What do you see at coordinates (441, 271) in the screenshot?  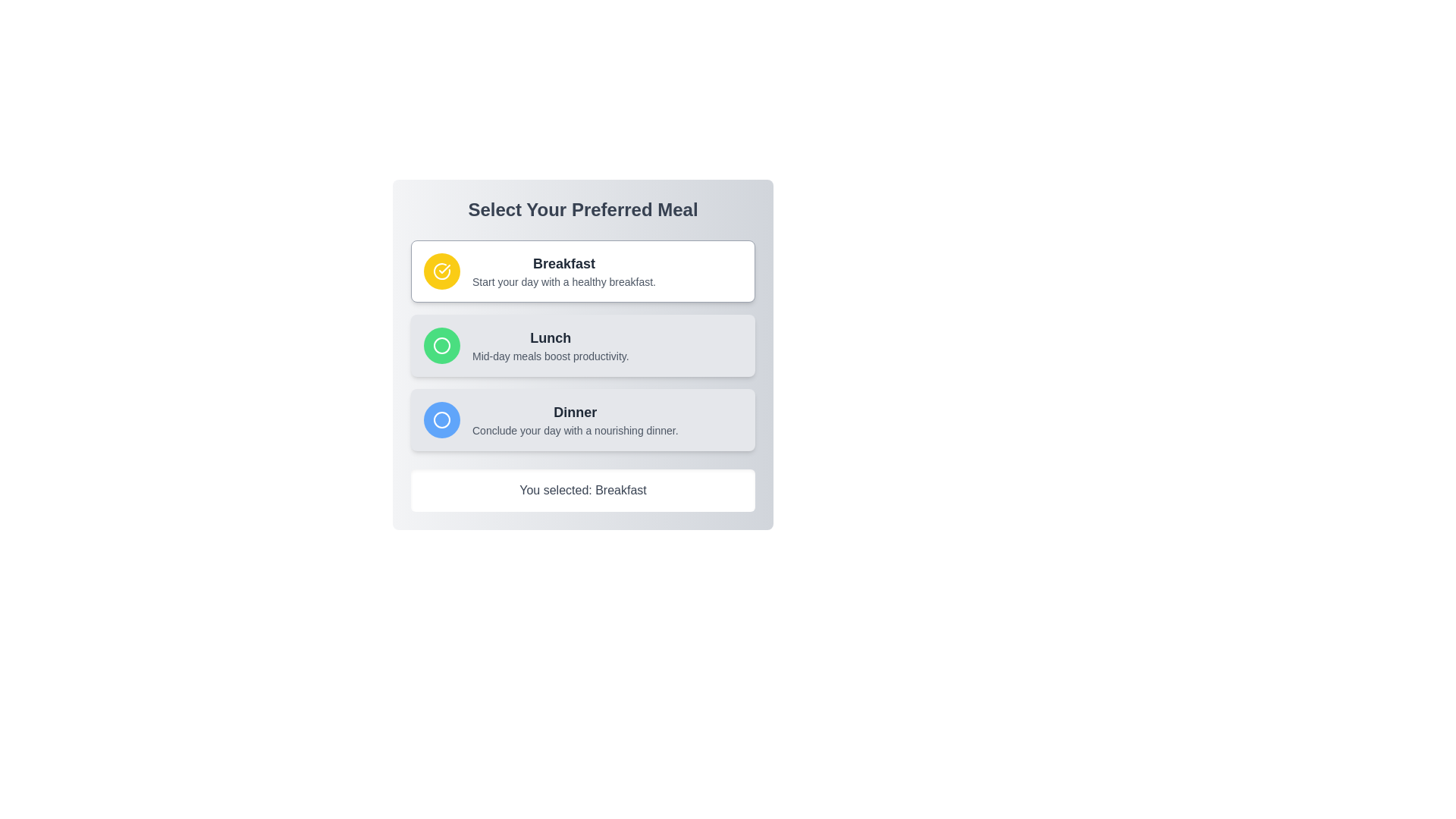 I see `the 'Breakfast' icon located in the first option of the vertical list of options, which serves as an emphasis marker` at bounding box center [441, 271].